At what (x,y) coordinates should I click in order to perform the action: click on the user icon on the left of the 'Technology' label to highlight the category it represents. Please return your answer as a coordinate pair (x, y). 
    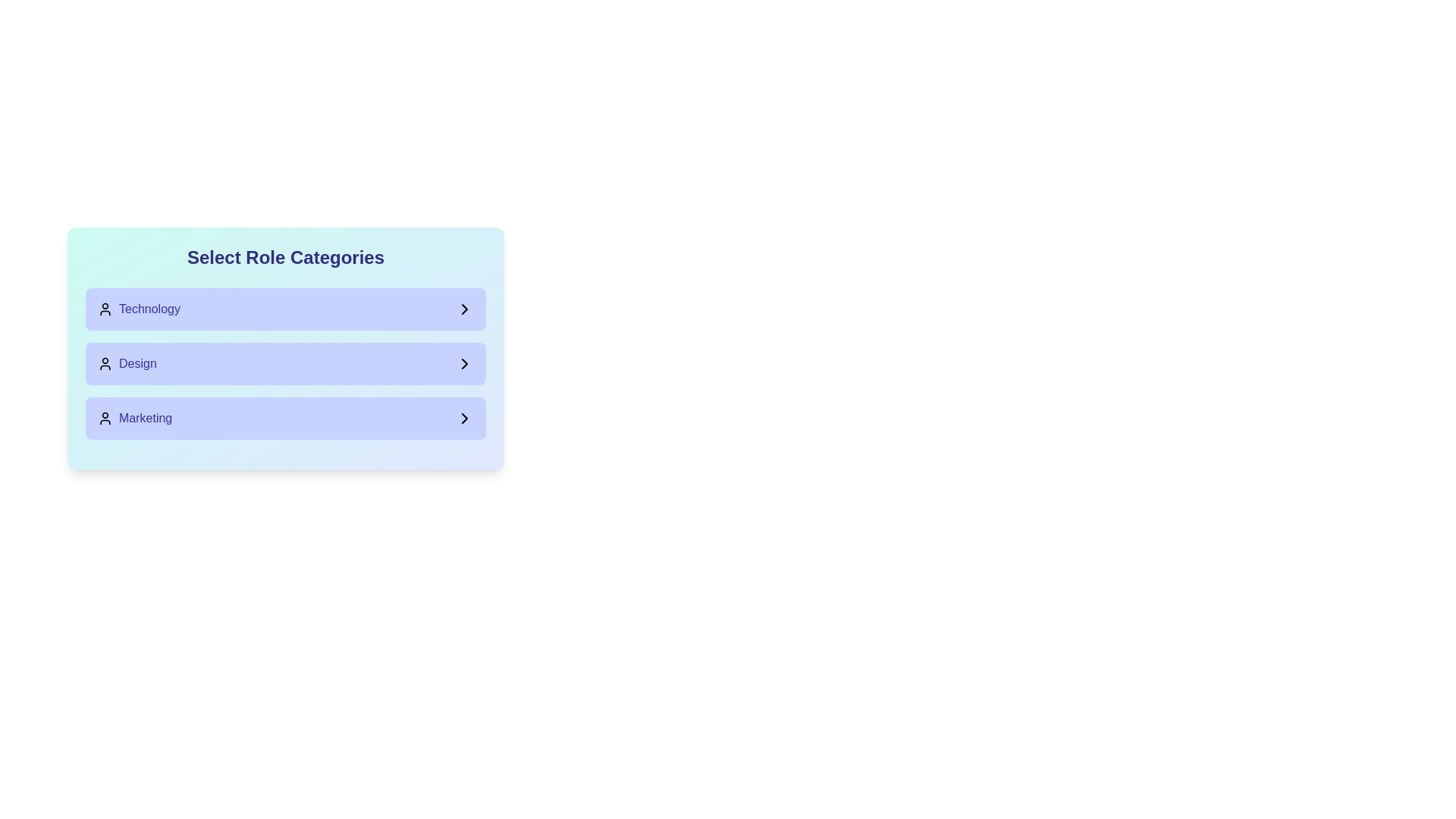
    Looking at the image, I should click on (105, 309).